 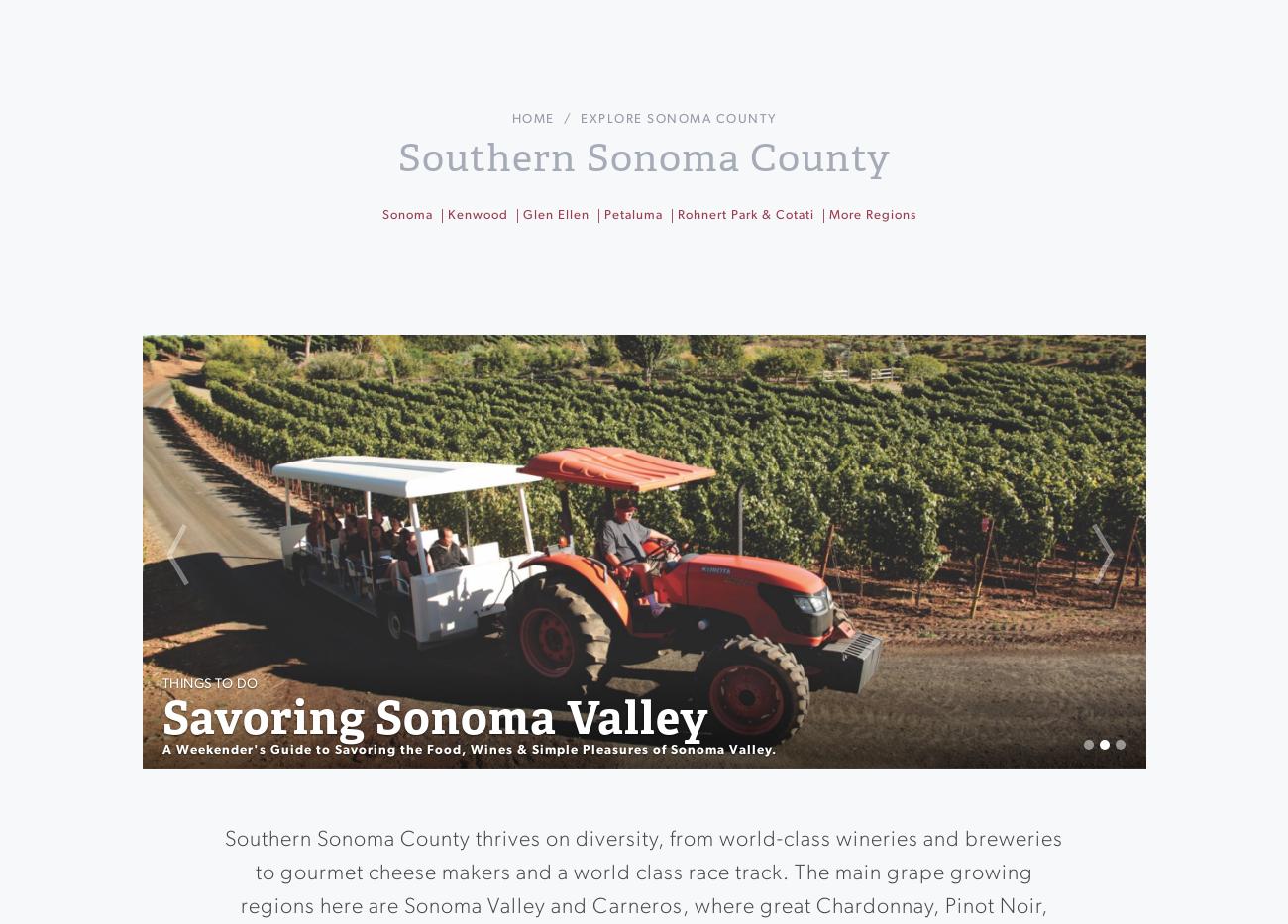 What do you see at coordinates (964, 791) in the screenshot?
I see `'Best Petaluma Hotels'` at bounding box center [964, 791].